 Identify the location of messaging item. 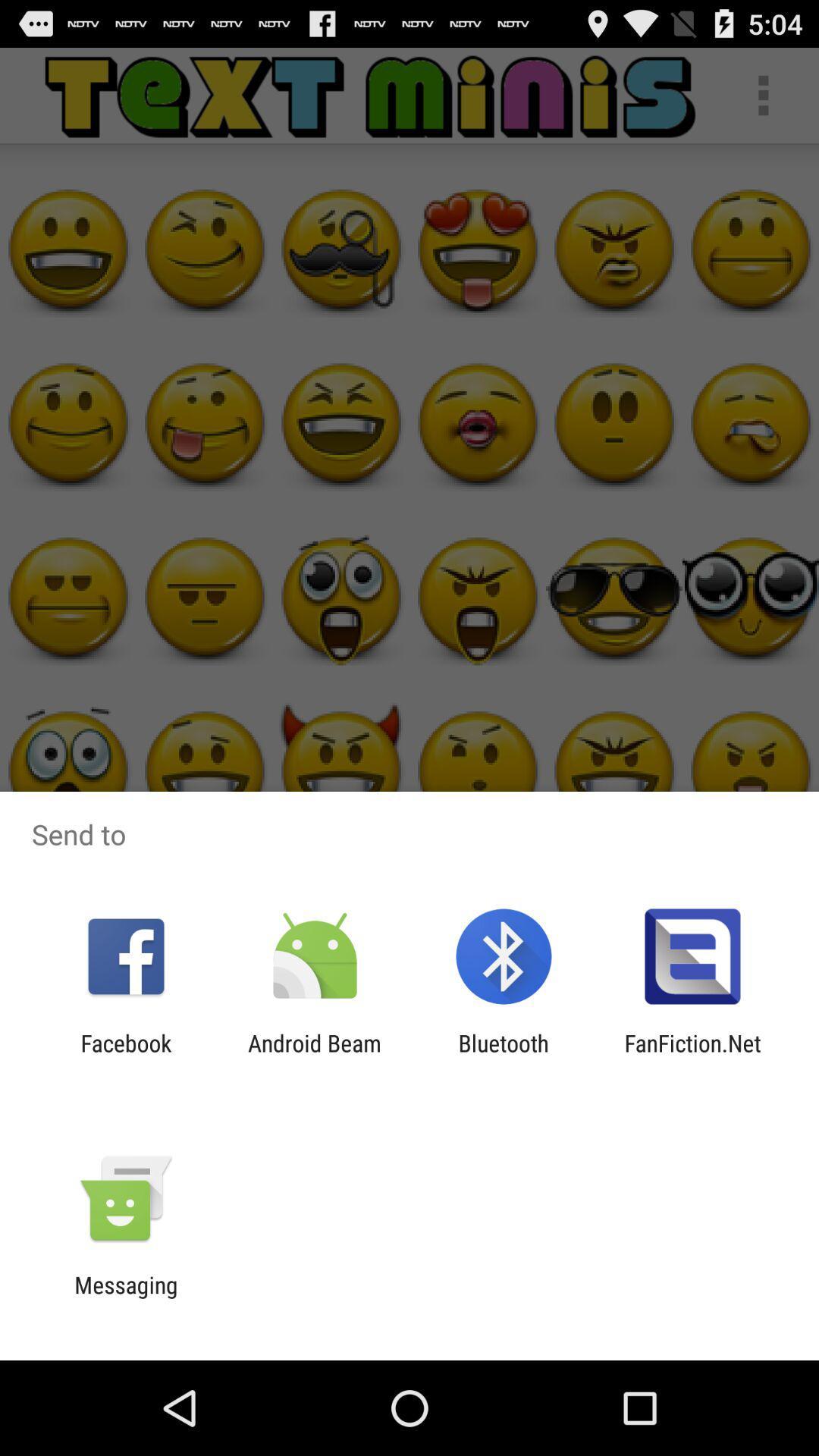
(125, 1298).